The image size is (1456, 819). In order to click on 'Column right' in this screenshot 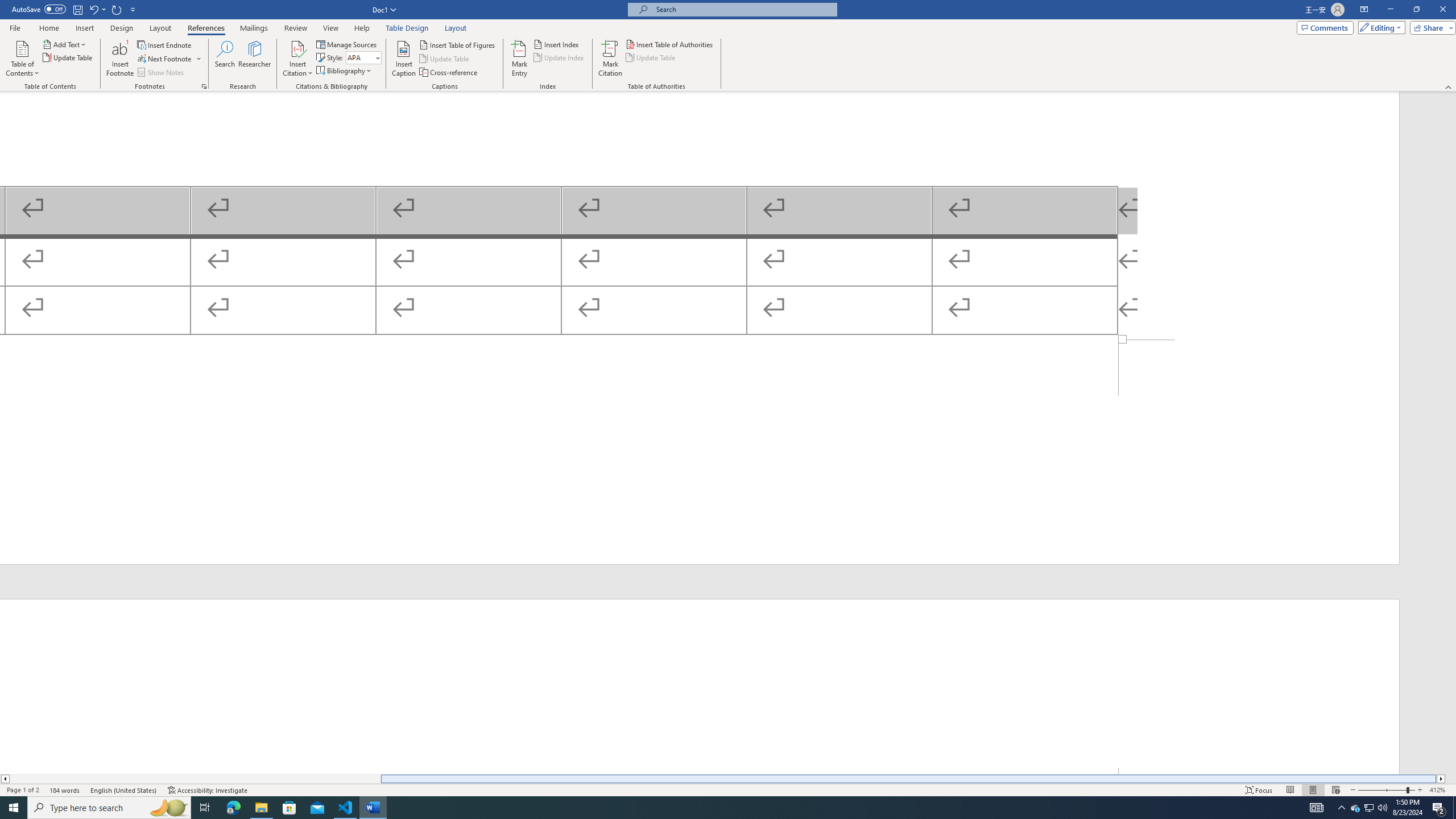, I will do `click(1441, 778)`.